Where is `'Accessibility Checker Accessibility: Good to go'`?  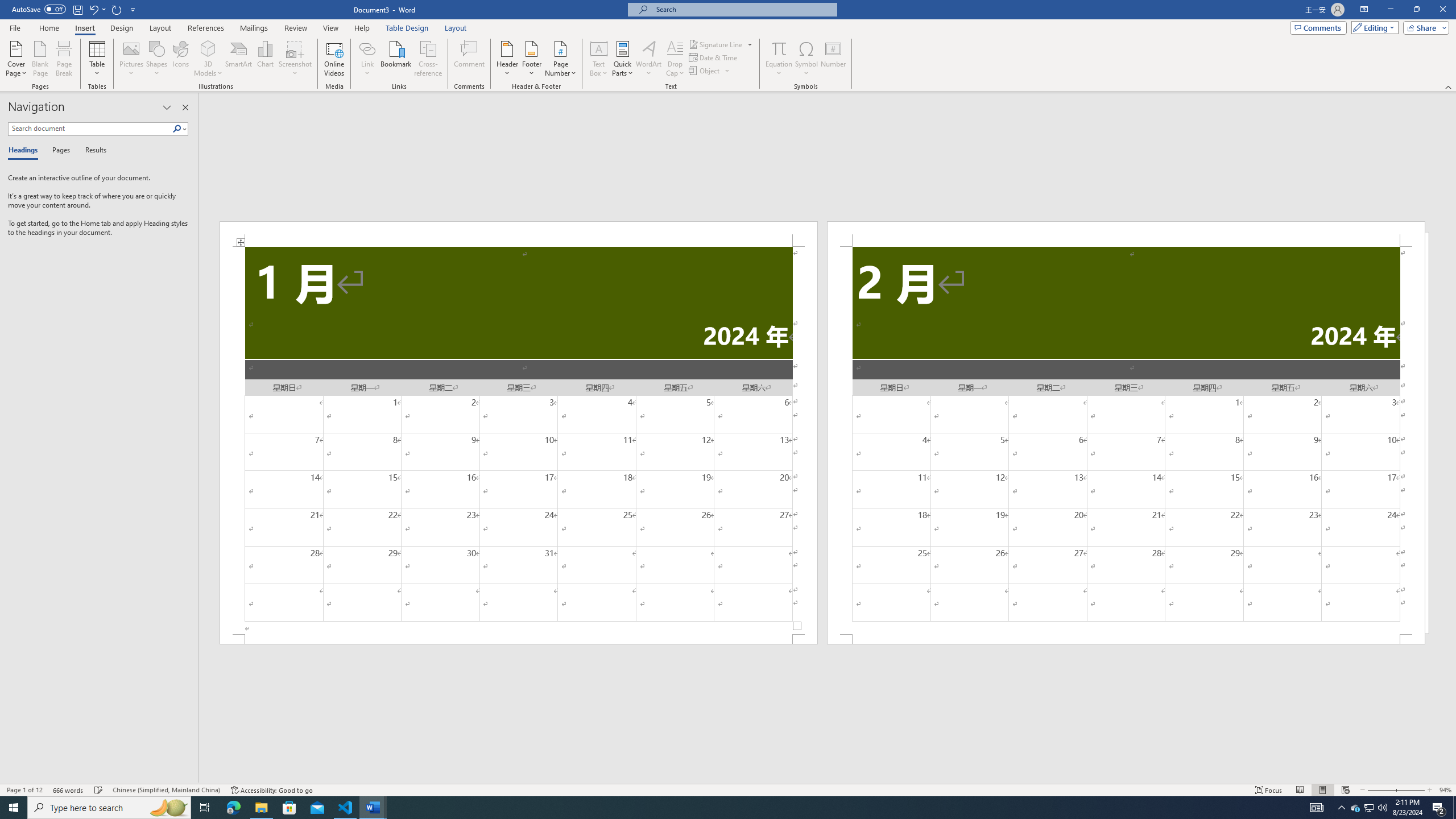 'Accessibility Checker Accessibility: Good to go' is located at coordinates (271, 790).